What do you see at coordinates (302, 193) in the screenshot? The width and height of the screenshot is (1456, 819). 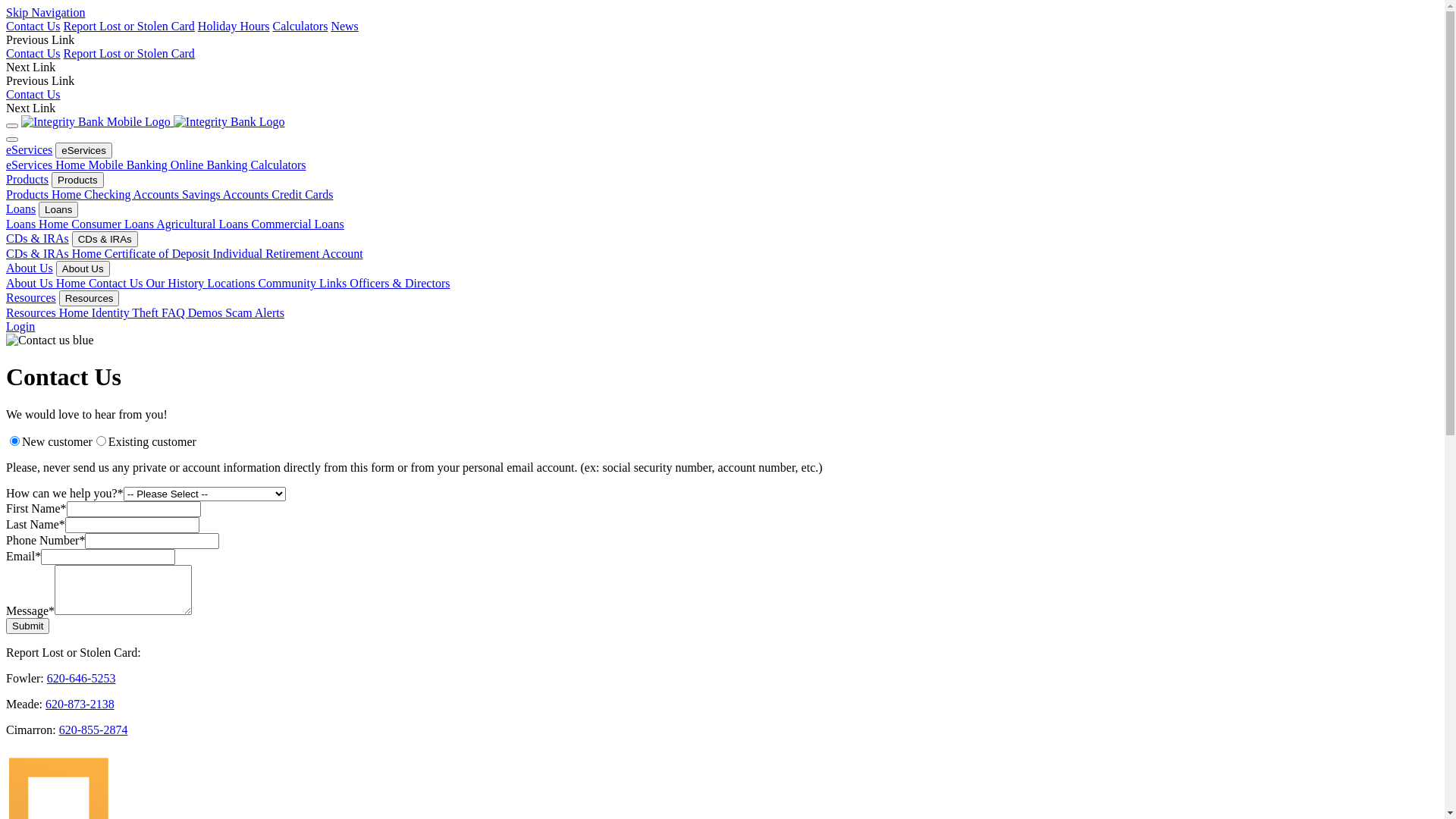 I see `'Credit Cards'` at bounding box center [302, 193].